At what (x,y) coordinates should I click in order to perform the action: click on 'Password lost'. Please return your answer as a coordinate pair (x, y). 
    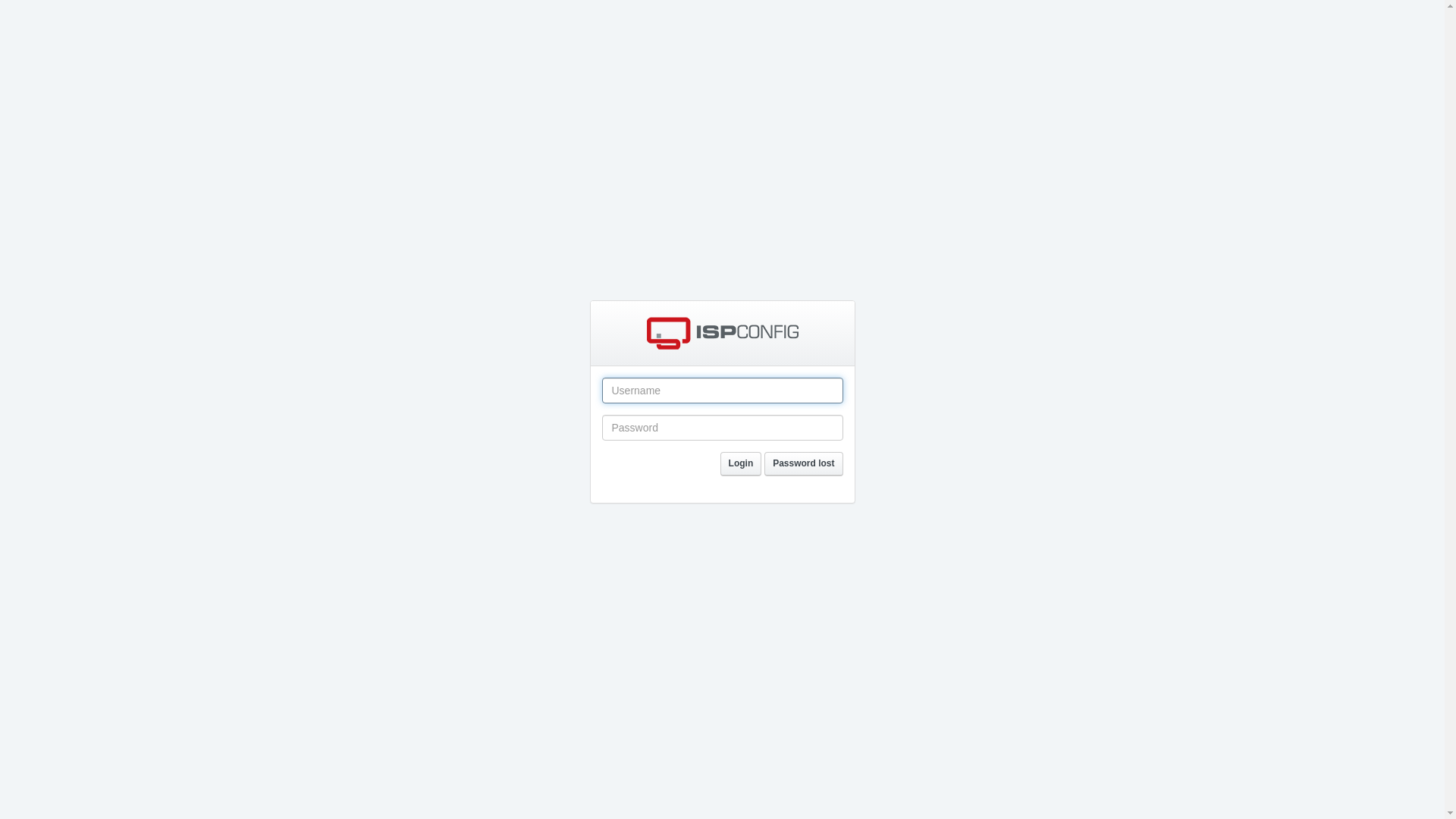
    Looking at the image, I should click on (802, 463).